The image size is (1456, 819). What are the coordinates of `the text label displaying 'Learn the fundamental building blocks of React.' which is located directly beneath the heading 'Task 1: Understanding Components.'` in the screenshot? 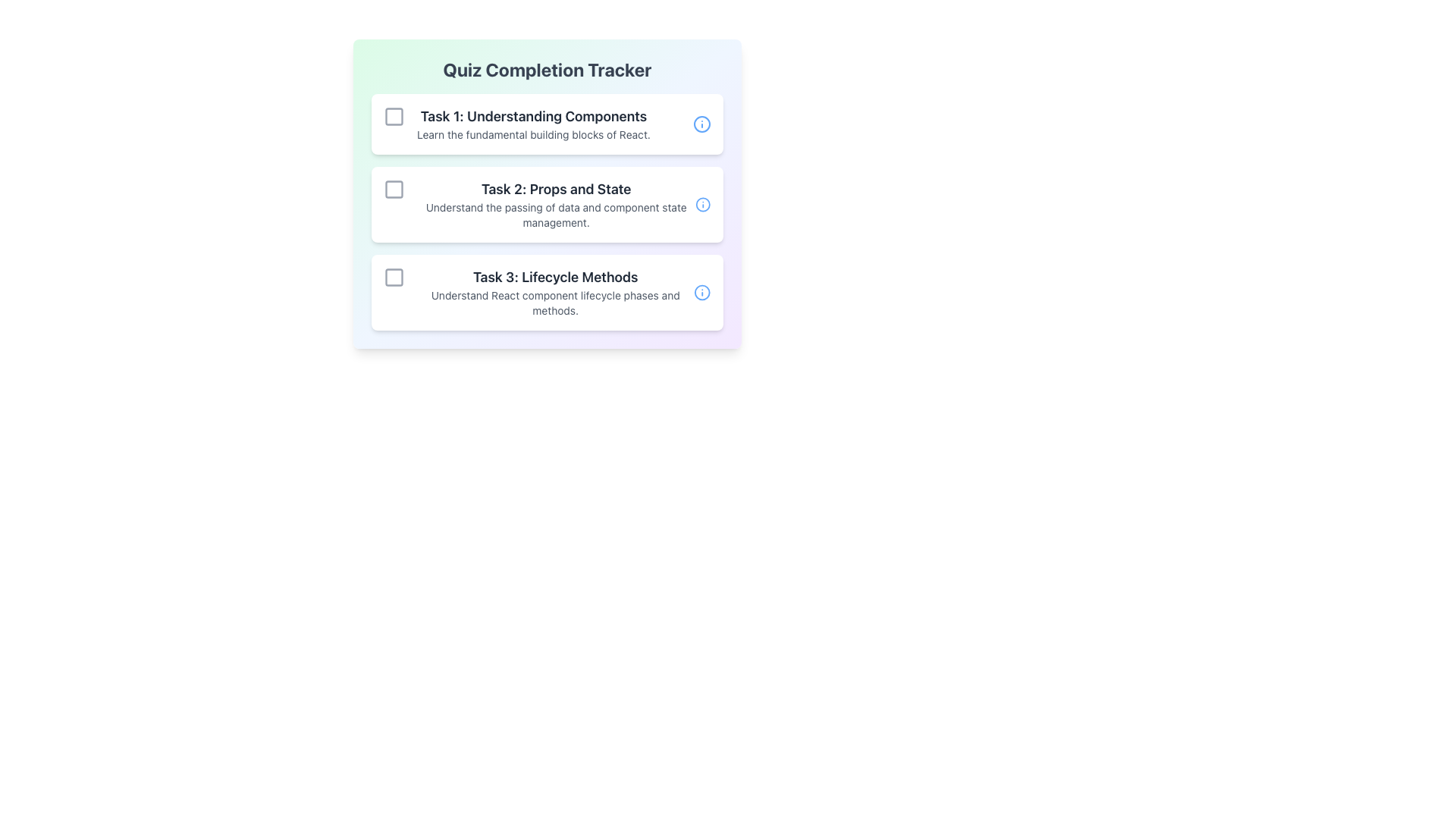 It's located at (533, 133).